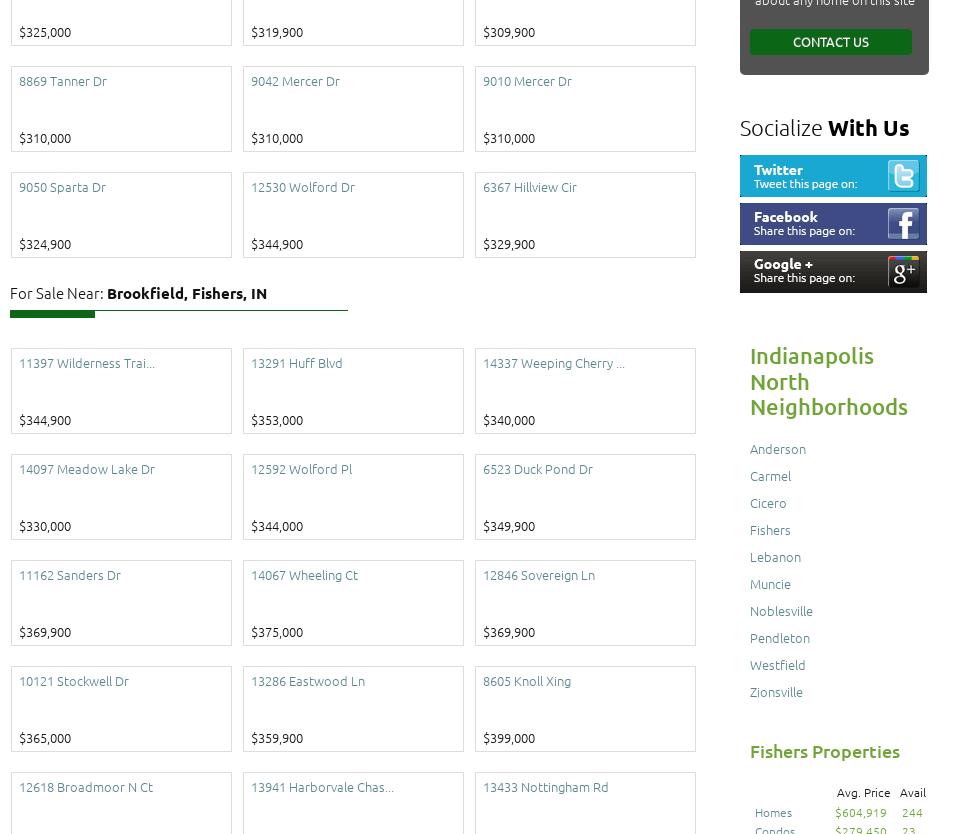  I want to click on '$604,919', so click(860, 810).